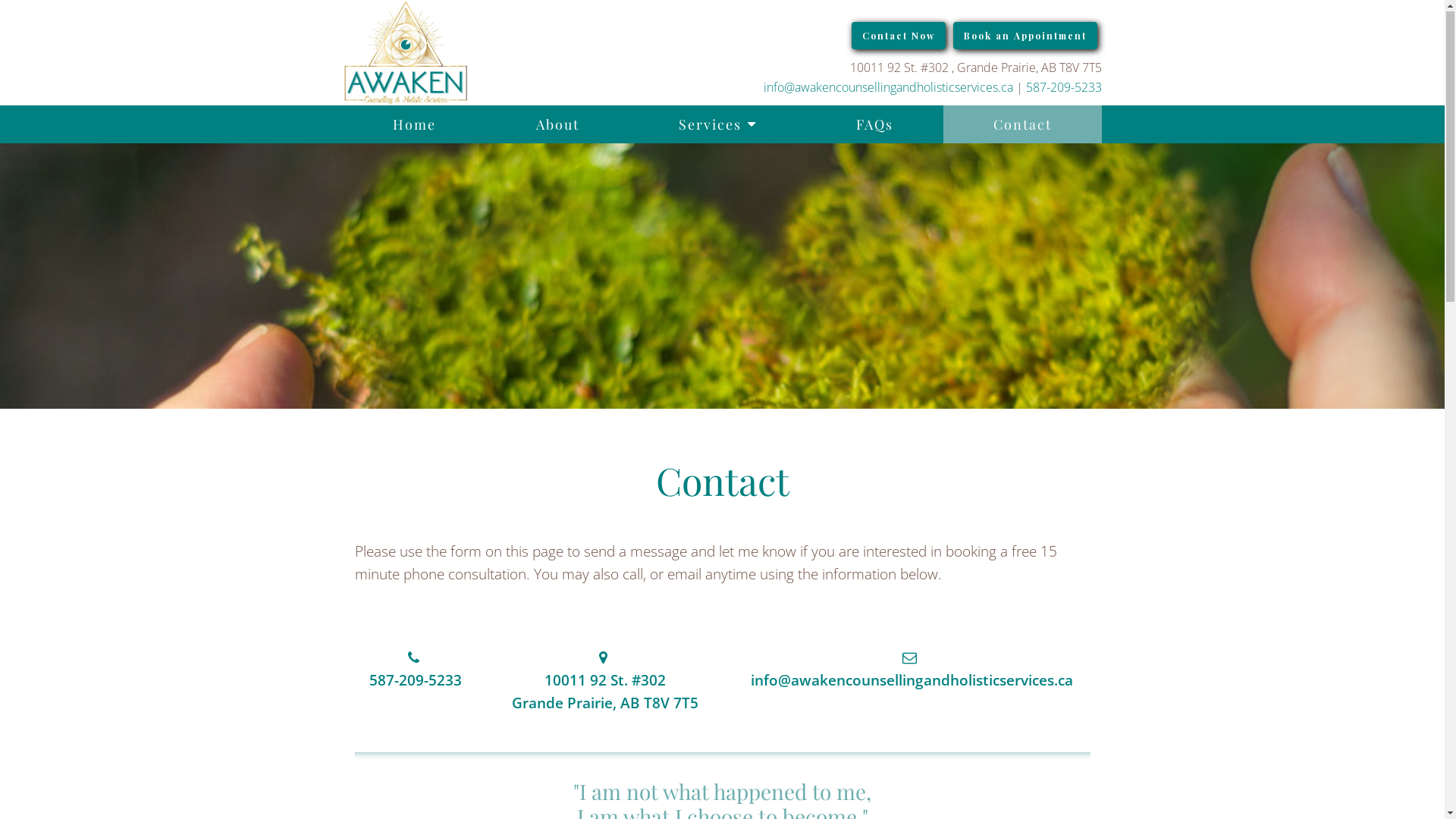 This screenshot has width=1456, height=819. What do you see at coordinates (414, 124) in the screenshot?
I see `'Home'` at bounding box center [414, 124].